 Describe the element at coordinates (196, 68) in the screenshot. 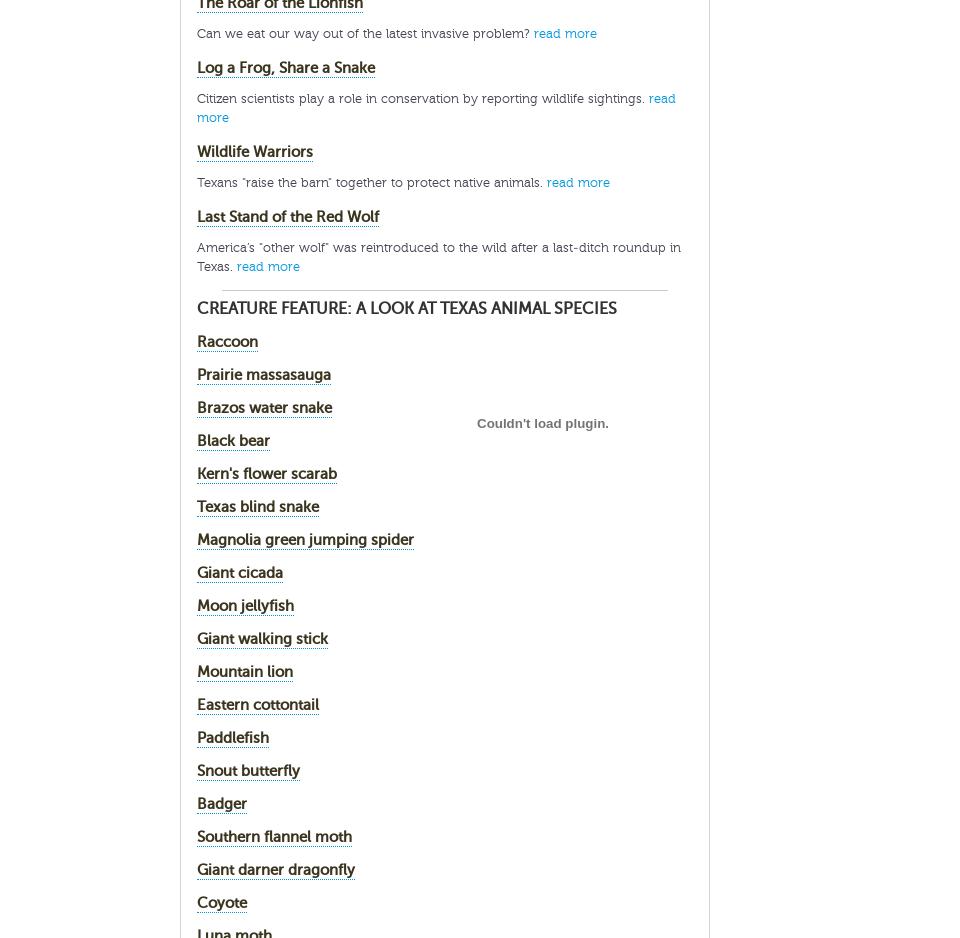

I see `'Log a Frog, Share a Snake'` at that location.